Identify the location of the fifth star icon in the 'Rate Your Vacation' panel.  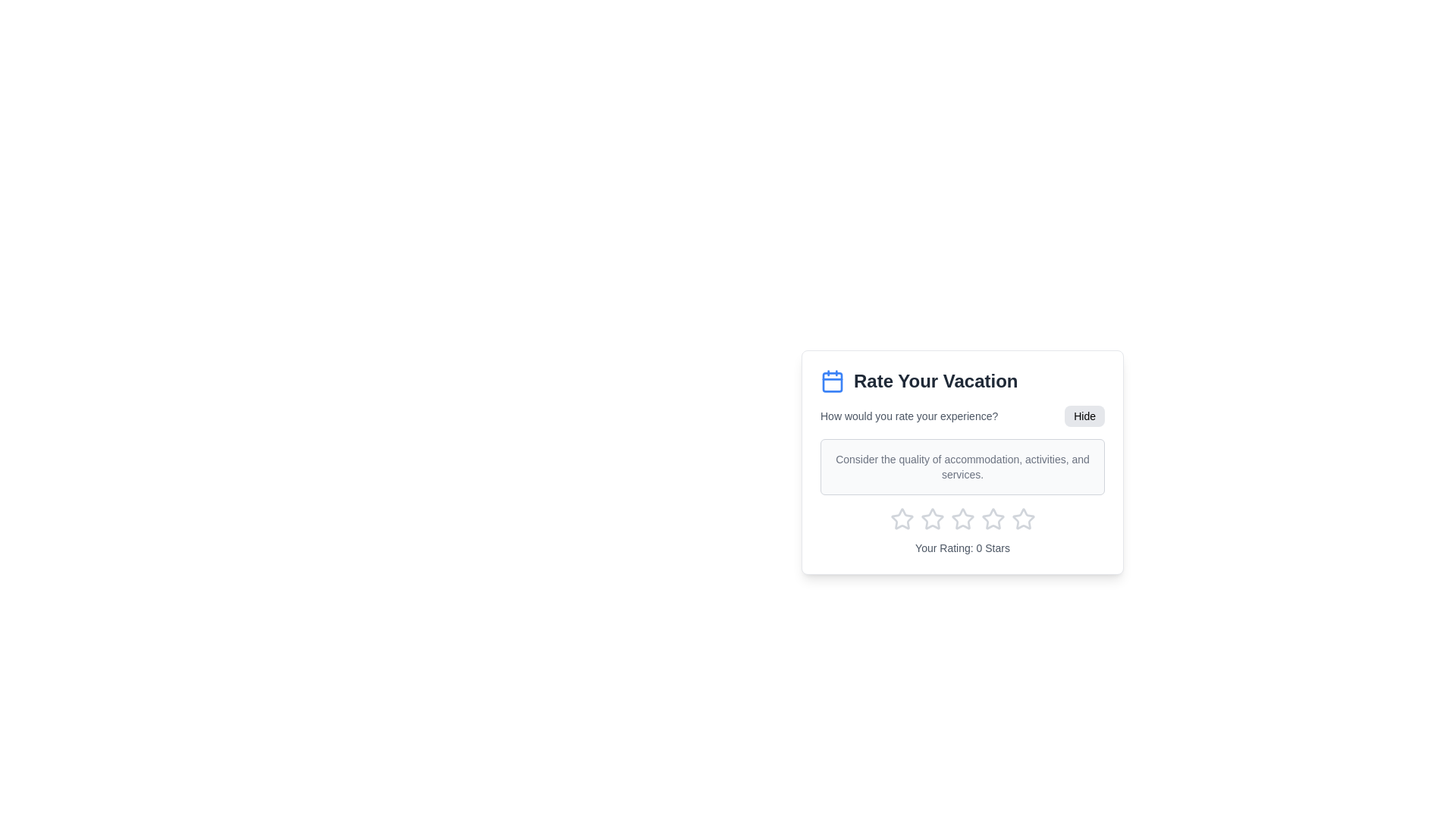
(1023, 518).